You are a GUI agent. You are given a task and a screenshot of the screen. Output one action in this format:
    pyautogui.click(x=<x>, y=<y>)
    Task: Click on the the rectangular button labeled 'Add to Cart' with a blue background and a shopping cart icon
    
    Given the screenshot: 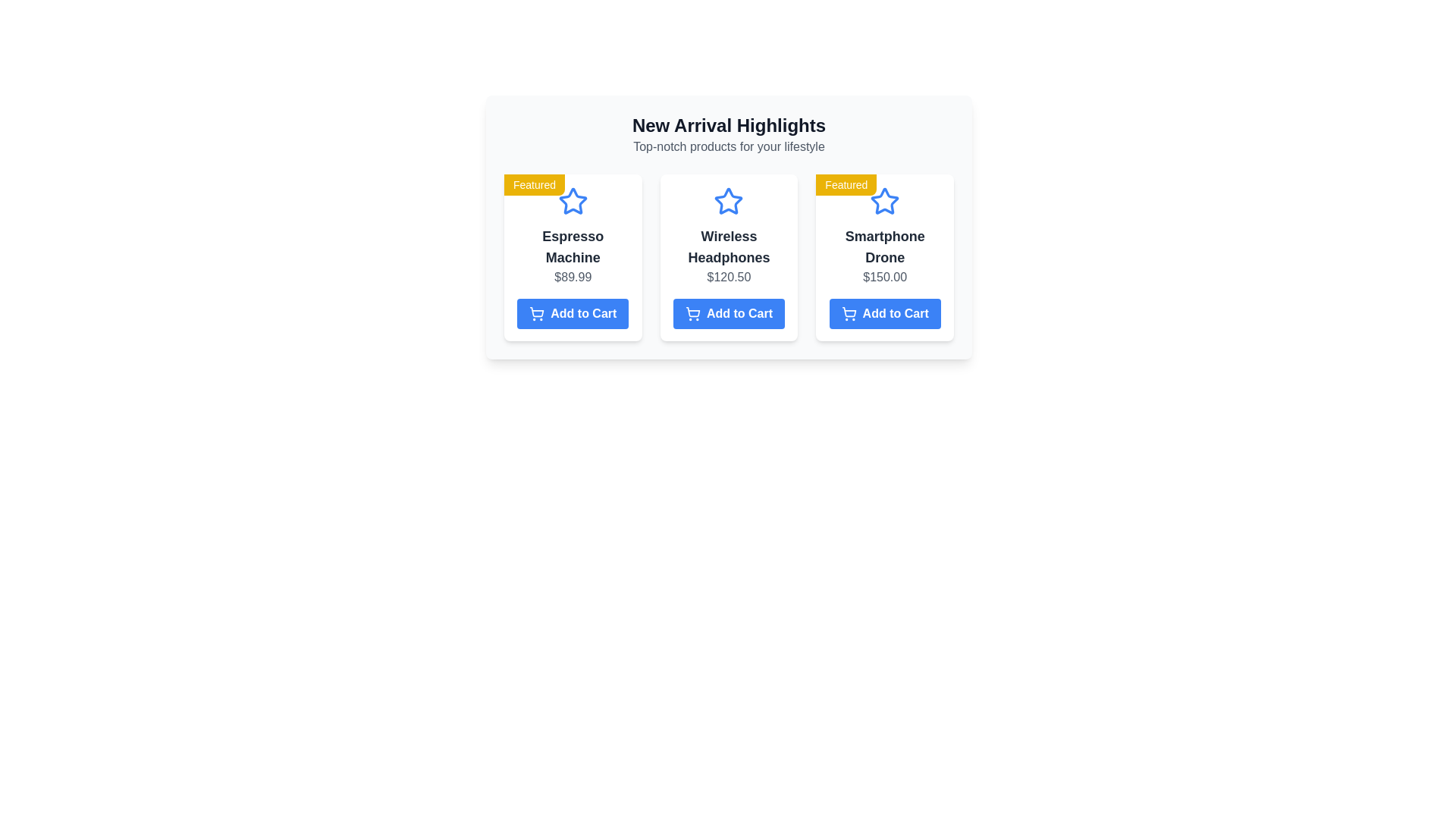 What is the action you would take?
    pyautogui.click(x=729, y=312)
    